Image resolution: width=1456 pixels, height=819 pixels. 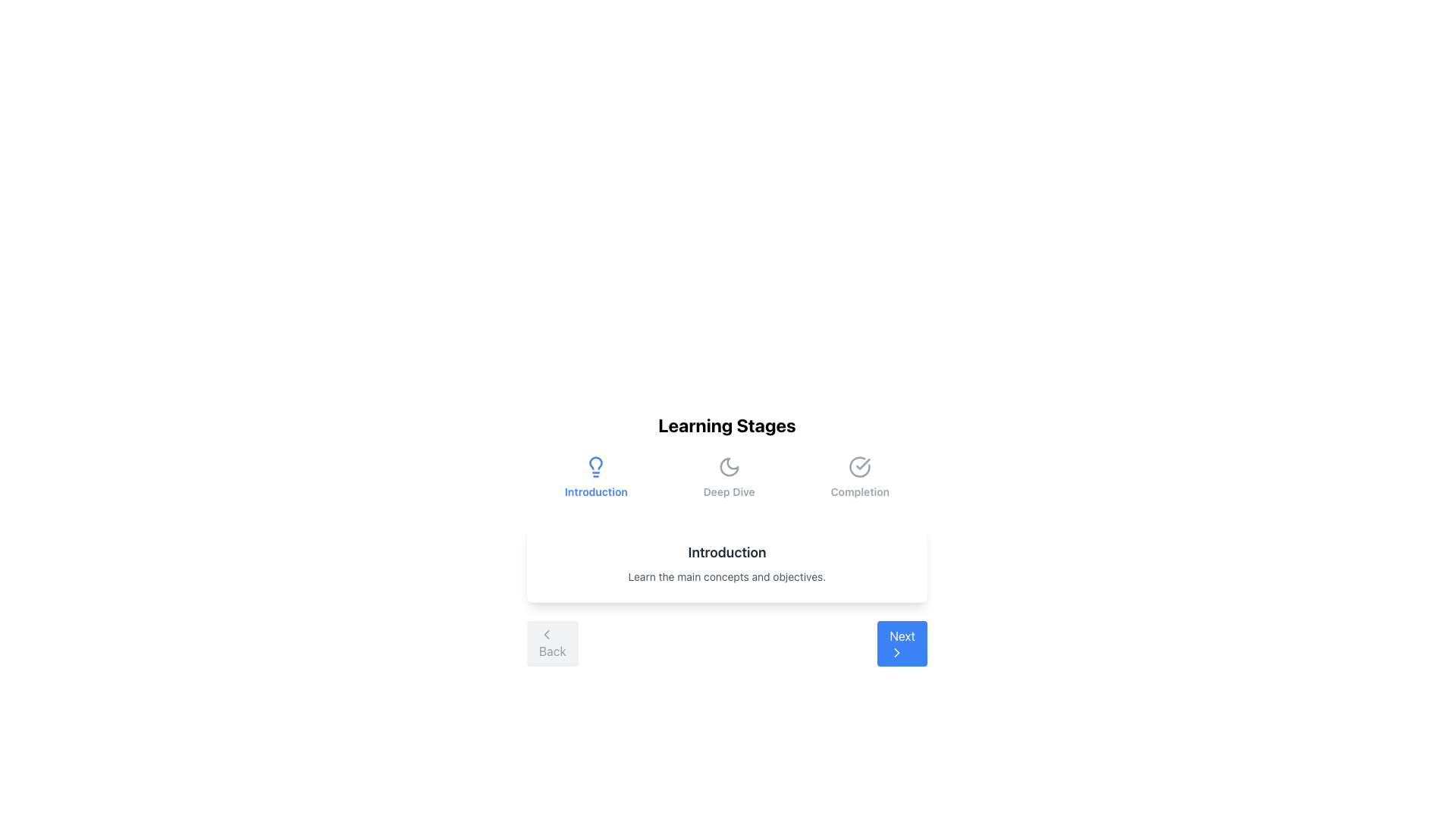 I want to click on the 'Deep Dive' text element which has a gray circular crescent moon icon above it, positioned in the middle of a horizontal set of three icons, so click(x=729, y=476).